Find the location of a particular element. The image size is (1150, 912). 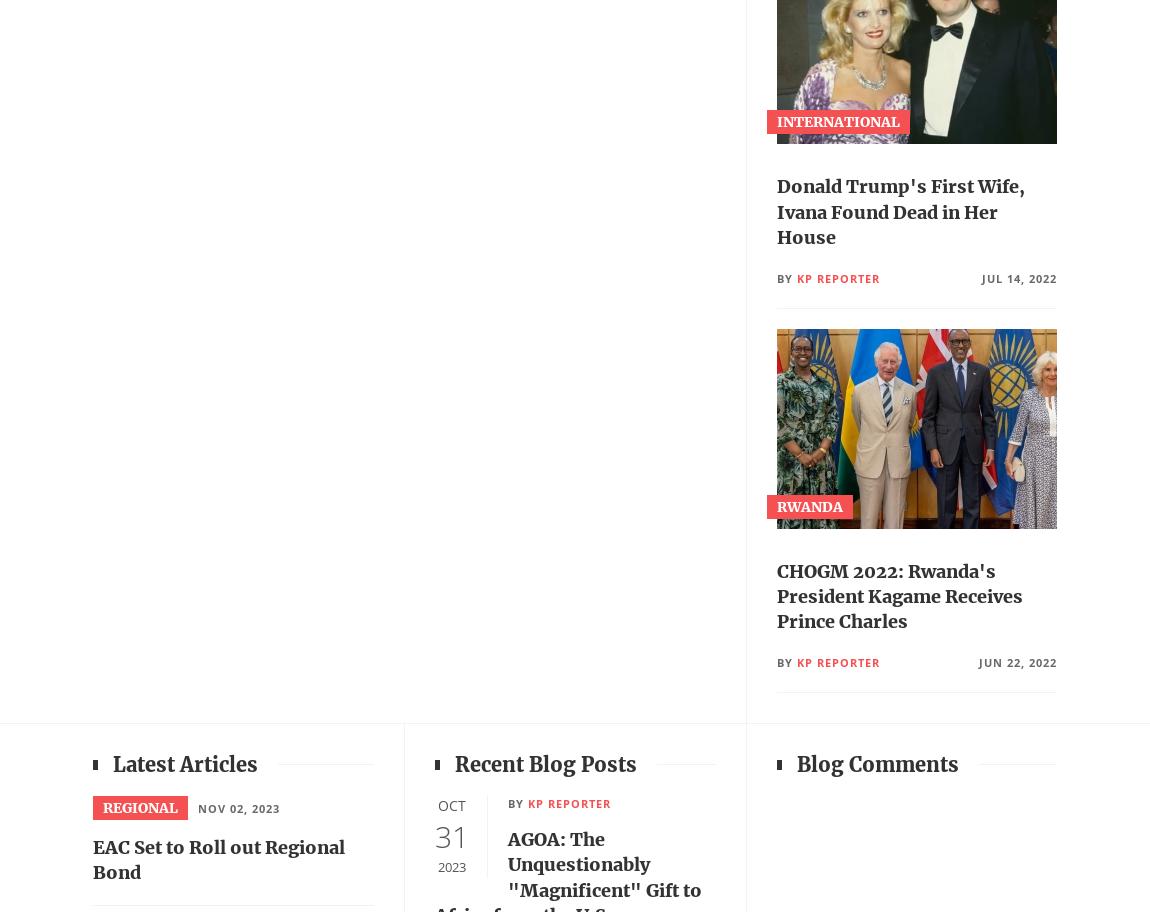

'CHOGM 2022: Rwanda's President Kagame Receives Prince Charles' is located at coordinates (898, 594).